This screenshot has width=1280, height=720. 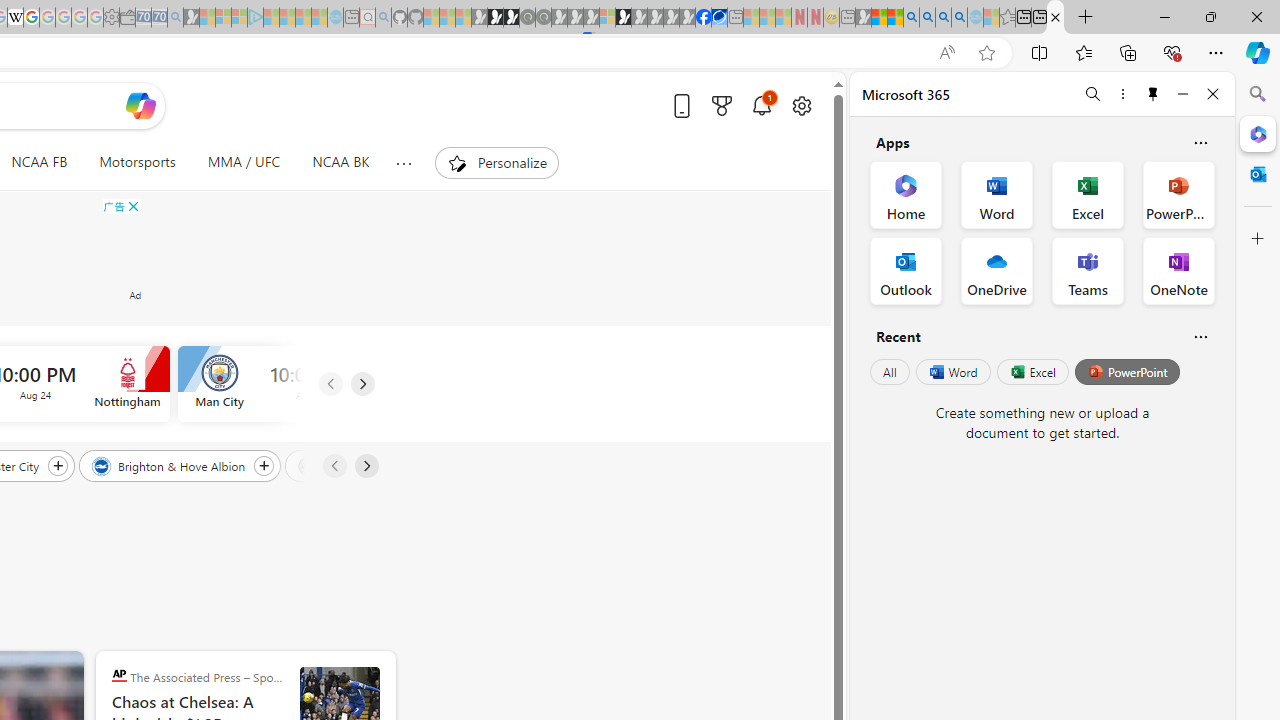 I want to click on 'Motorsports', so click(x=136, y=162).